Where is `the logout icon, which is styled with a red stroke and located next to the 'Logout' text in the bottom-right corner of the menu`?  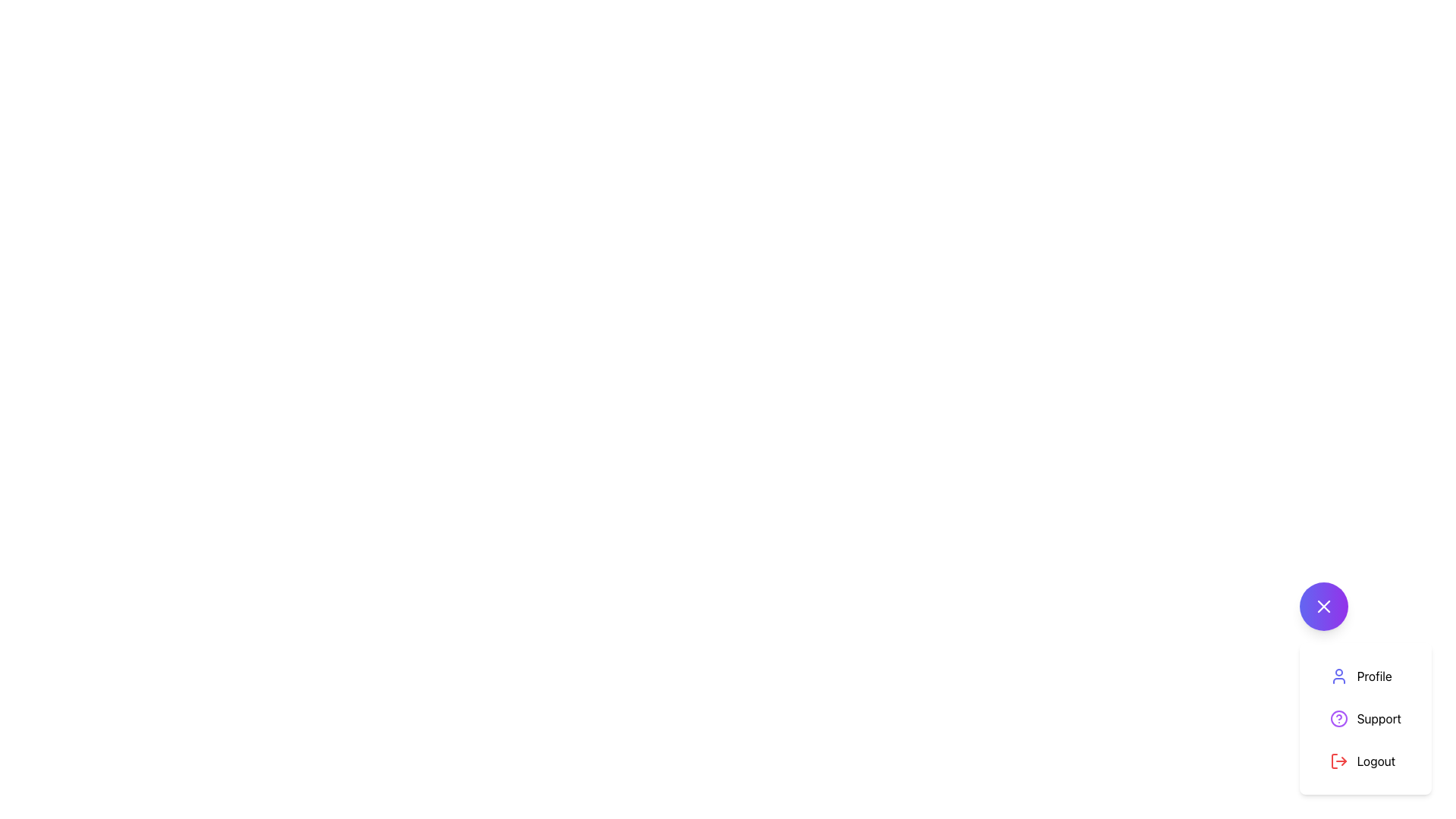
the logout icon, which is styled with a red stroke and located next to the 'Logout' text in the bottom-right corner of the menu is located at coordinates (1338, 761).